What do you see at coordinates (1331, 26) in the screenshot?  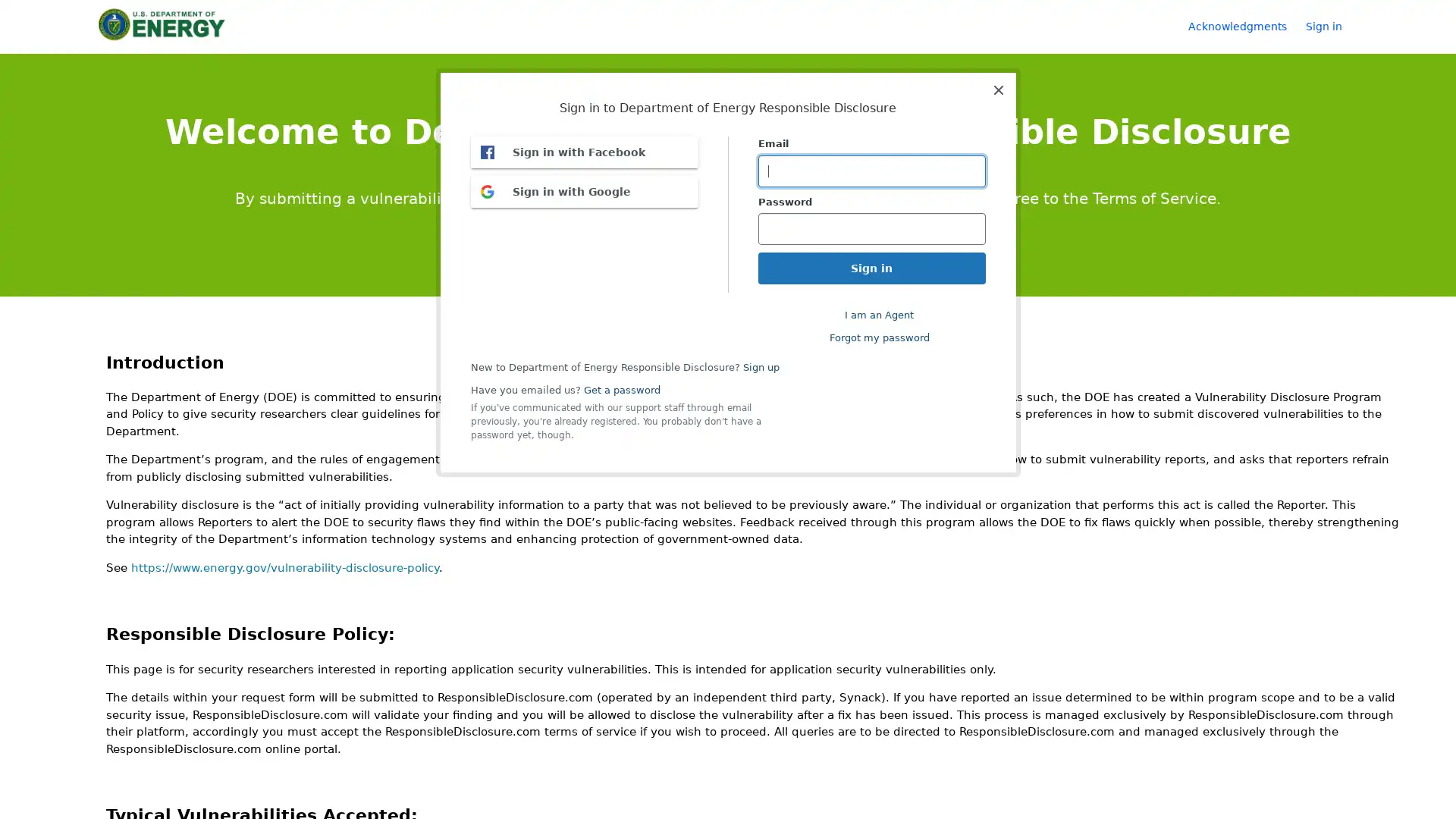 I see `Sign in` at bounding box center [1331, 26].